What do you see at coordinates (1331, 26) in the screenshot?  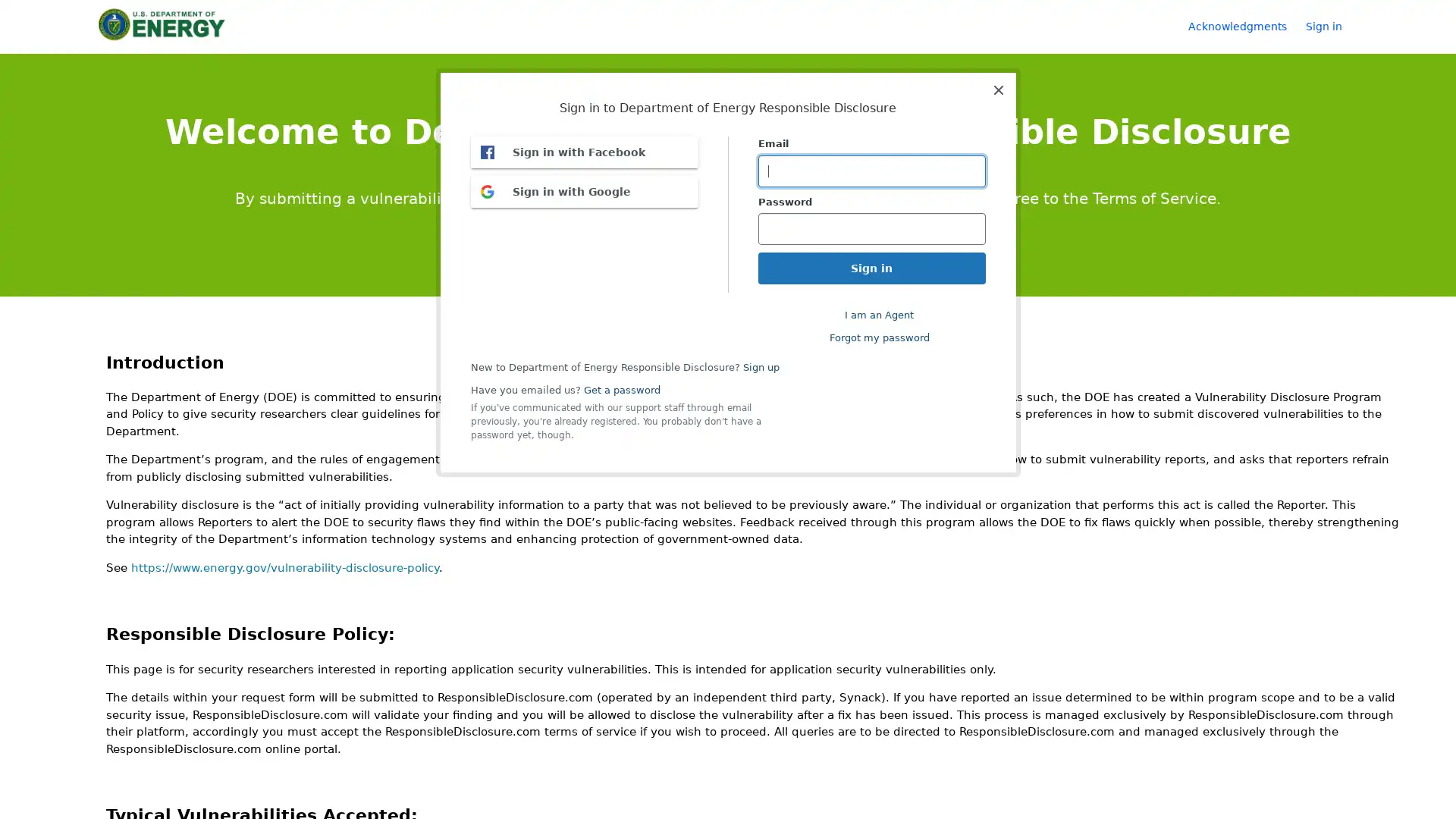 I see `Sign in` at bounding box center [1331, 26].